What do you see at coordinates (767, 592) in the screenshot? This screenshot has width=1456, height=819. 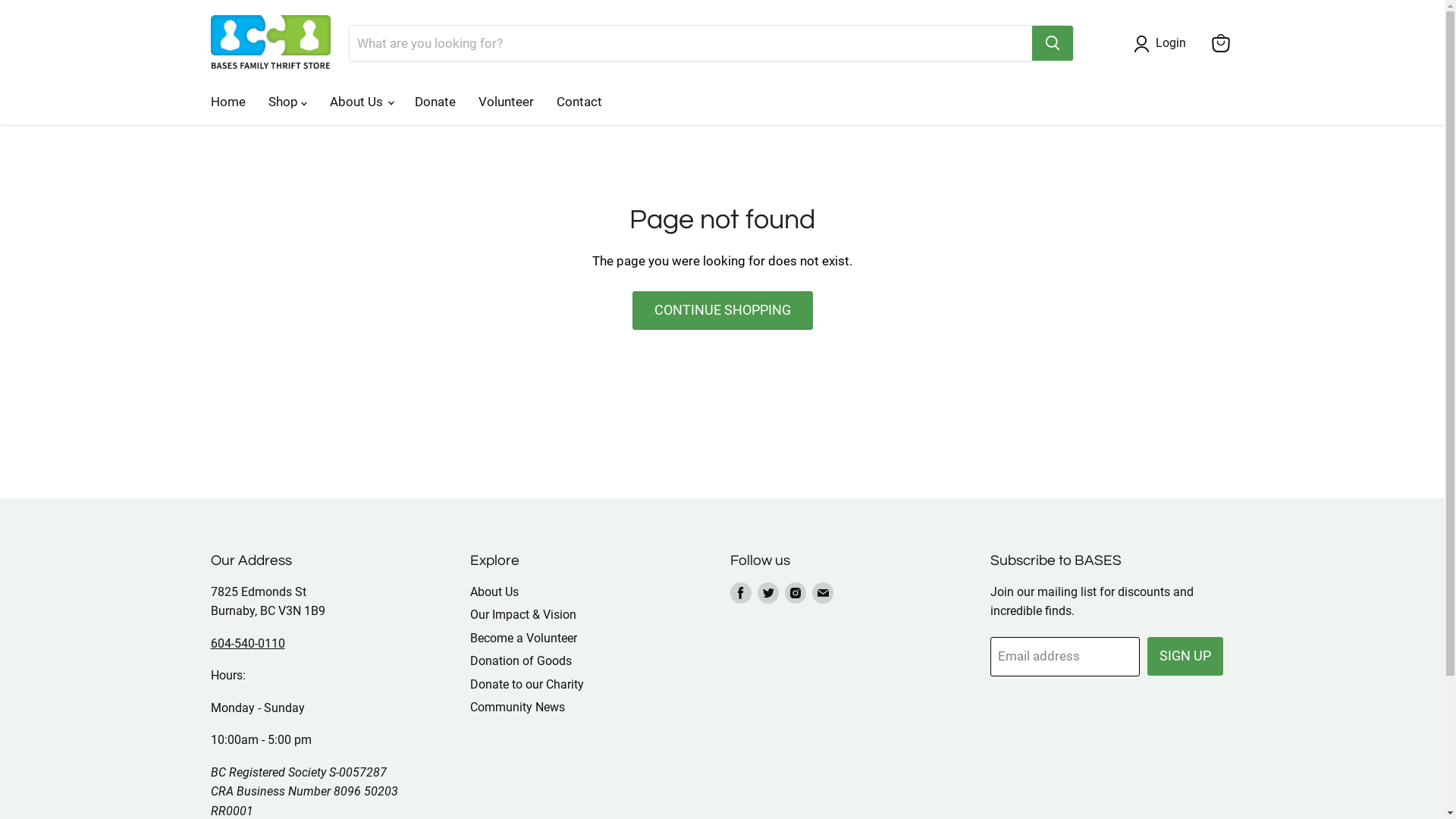 I see `'Find us on Twitter'` at bounding box center [767, 592].